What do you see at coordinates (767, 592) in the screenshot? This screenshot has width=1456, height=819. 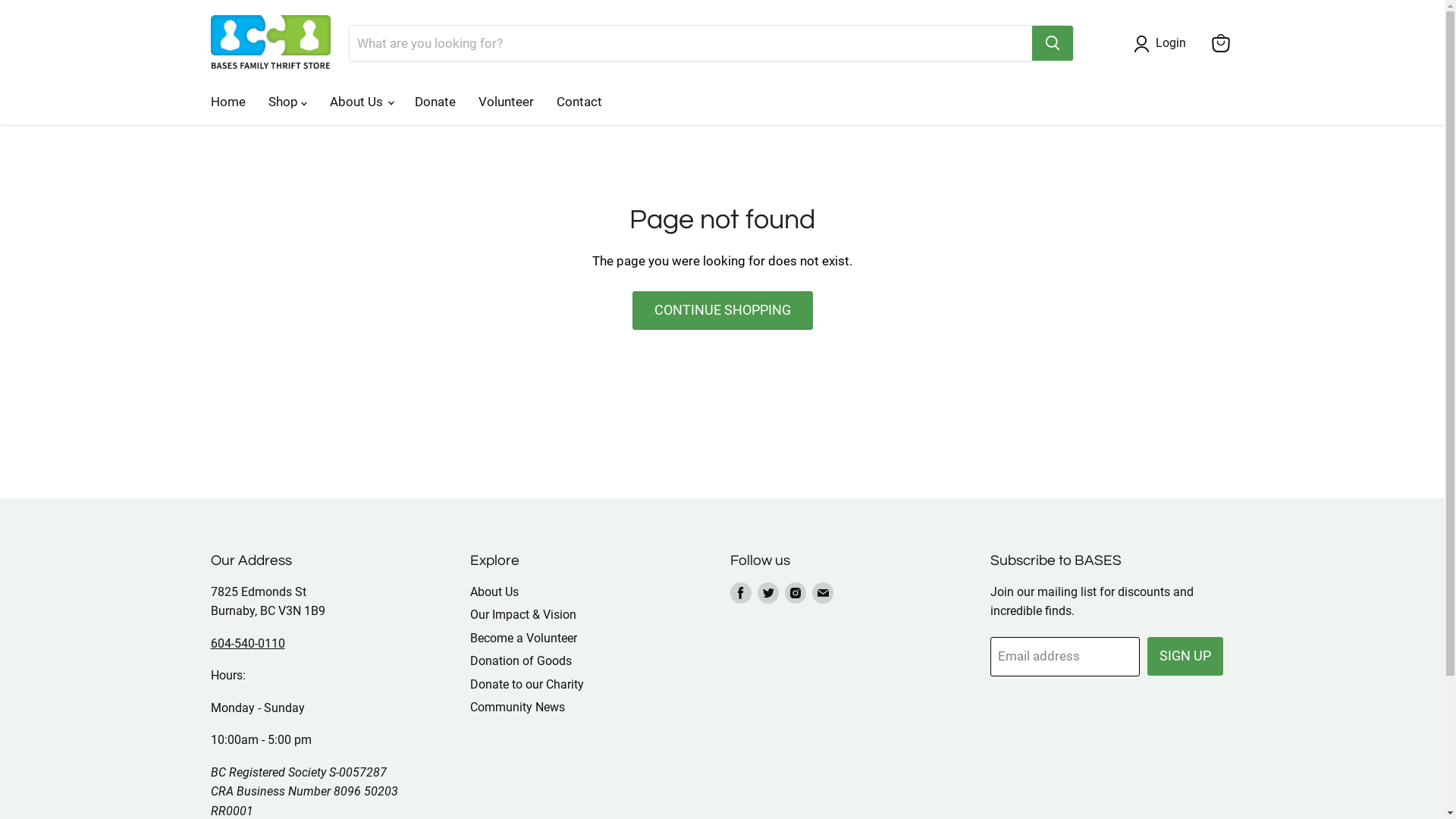 I see `'Find us on Twitter'` at bounding box center [767, 592].